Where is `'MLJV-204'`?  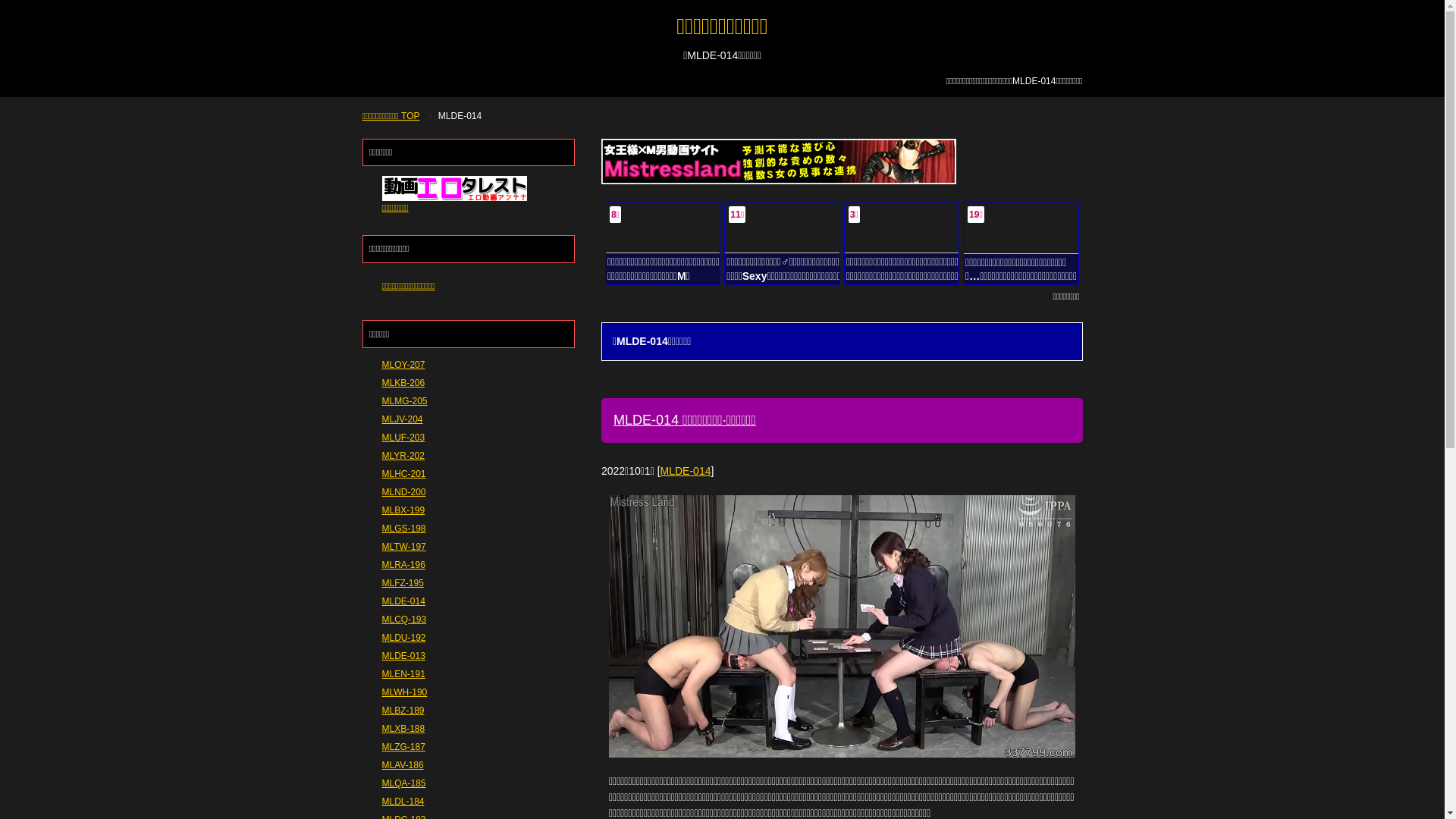 'MLJV-204' is located at coordinates (382, 419).